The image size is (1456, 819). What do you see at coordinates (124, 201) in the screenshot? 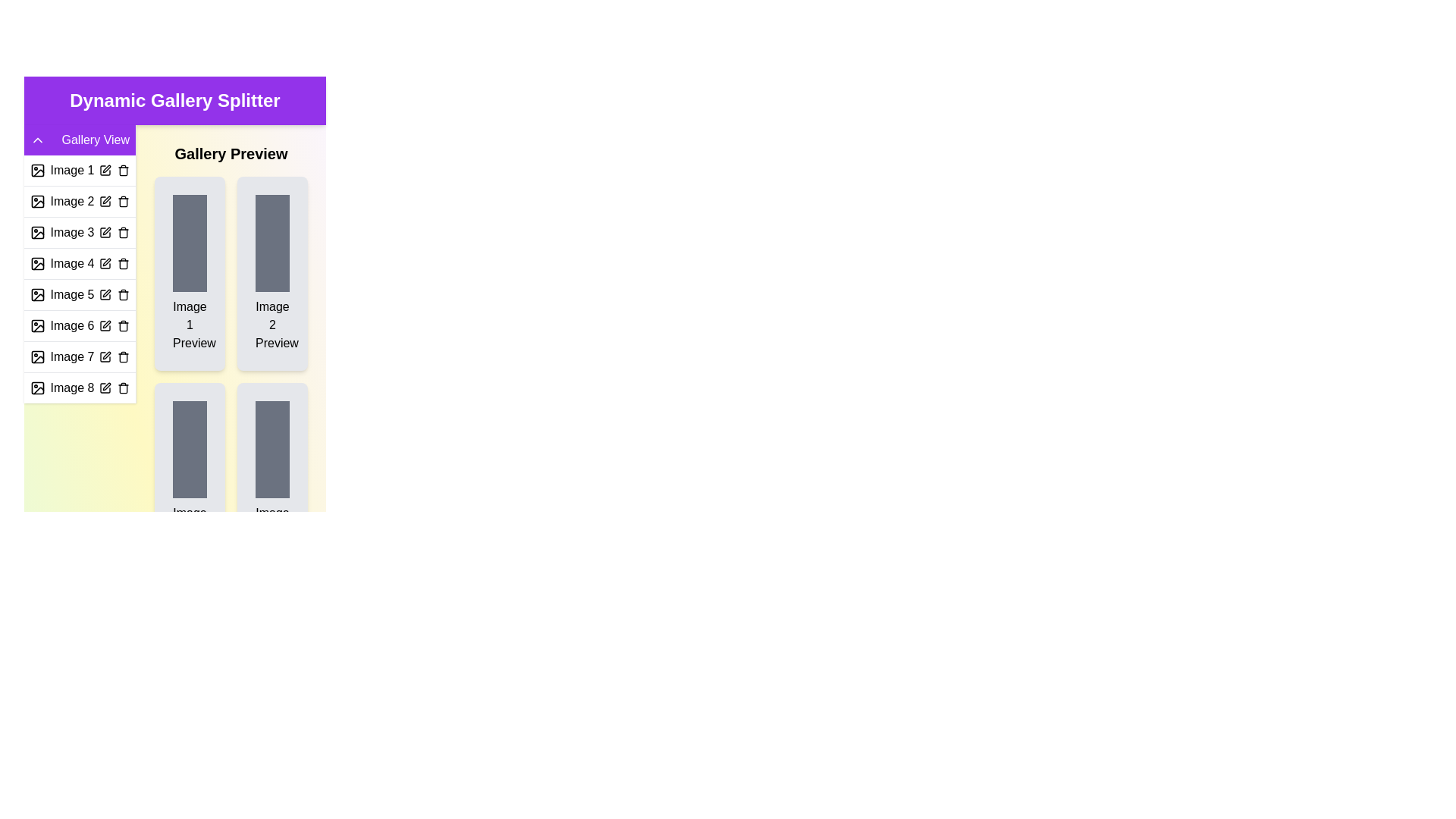
I see `the delete icon button located in the second row of the list under 'Gallery View,' adjacent to 'Image 2,'` at bounding box center [124, 201].